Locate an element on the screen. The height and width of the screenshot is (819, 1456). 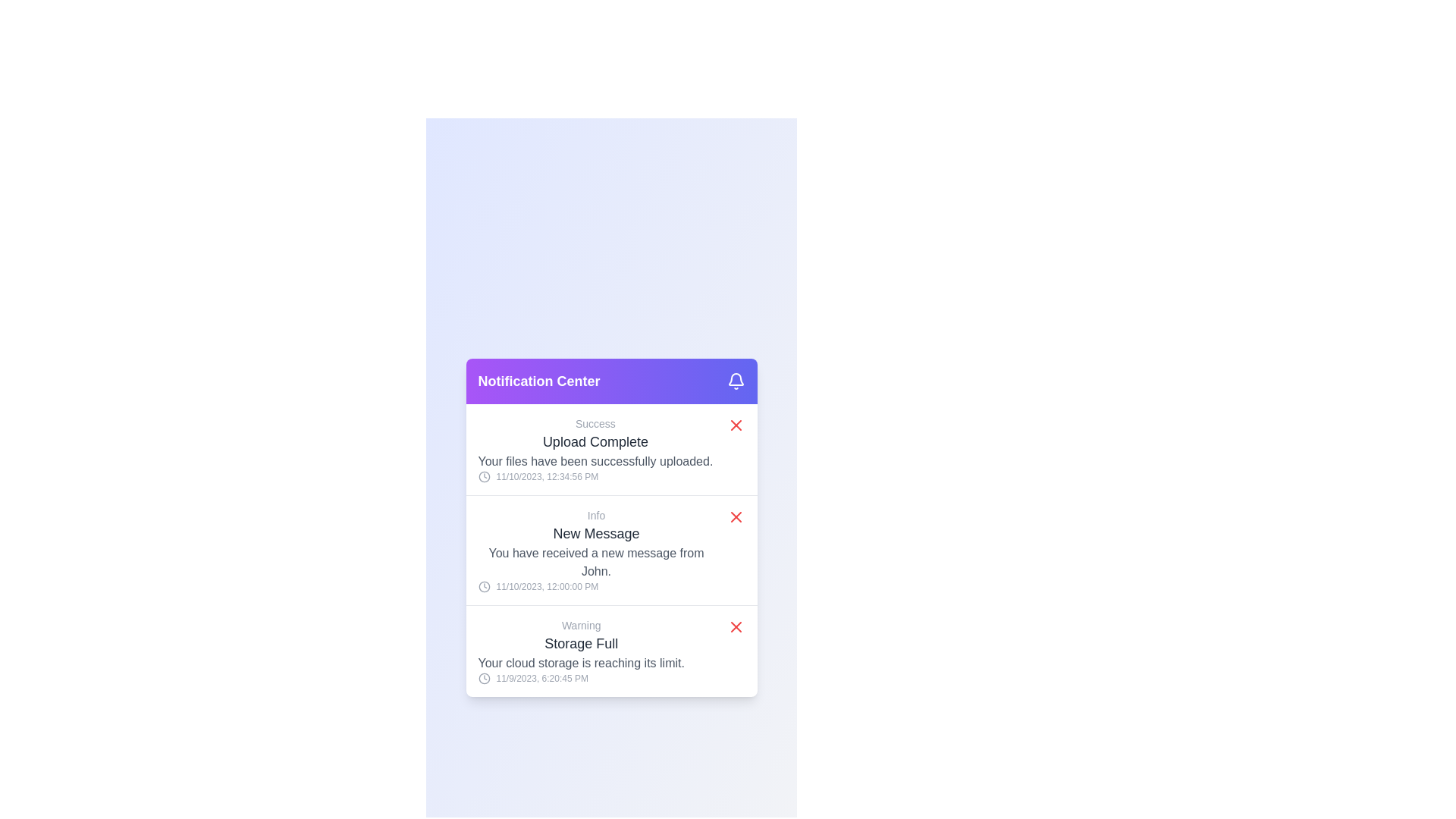
the timestamp text with clock icon located at the bottom section of the 'New Message' notification card is located at coordinates (595, 586).